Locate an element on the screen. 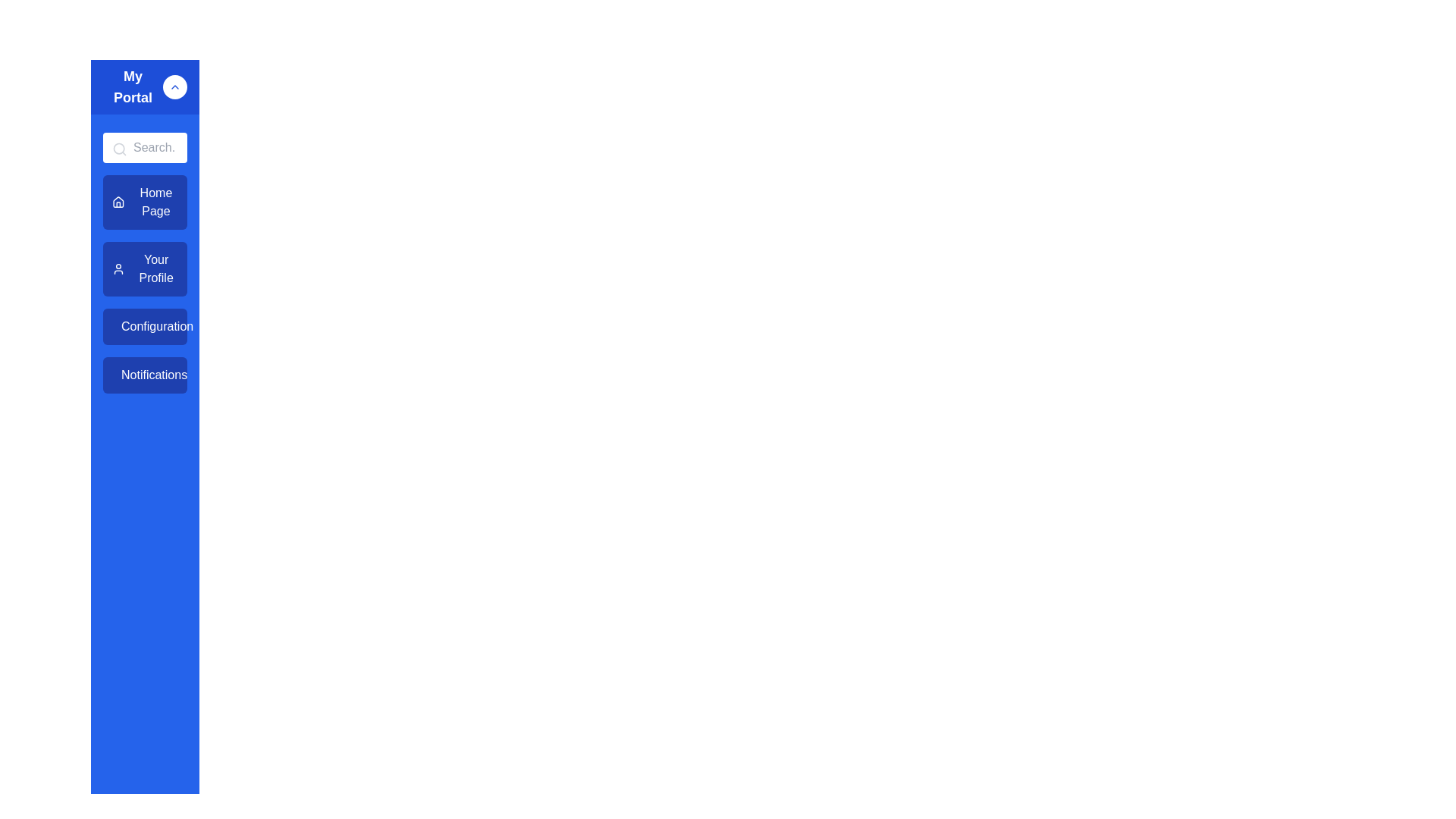 The width and height of the screenshot is (1456, 819). the upward-pointing chevron icon on the right side of the 'My Portal' header is located at coordinates (145, 87).